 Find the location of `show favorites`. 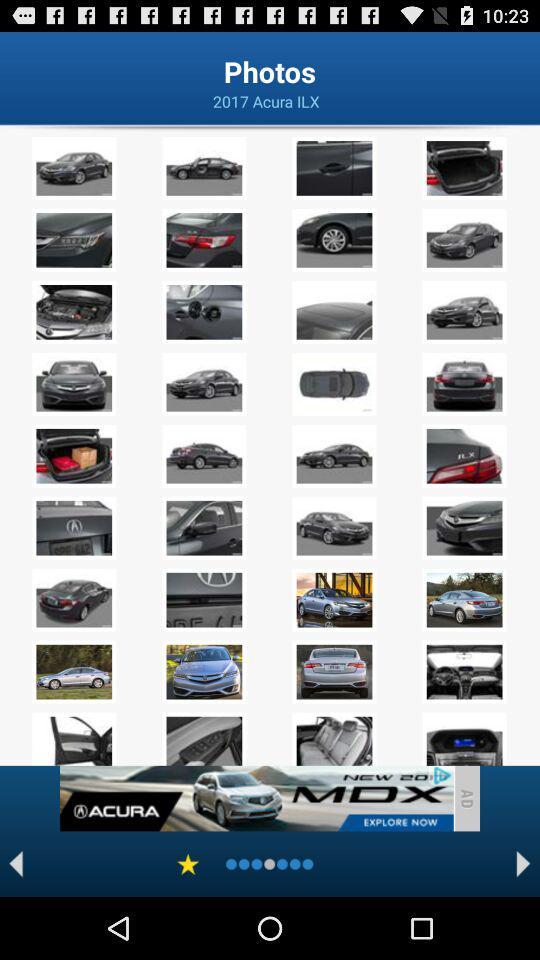

show favorites is located at coordinates (188, 863).